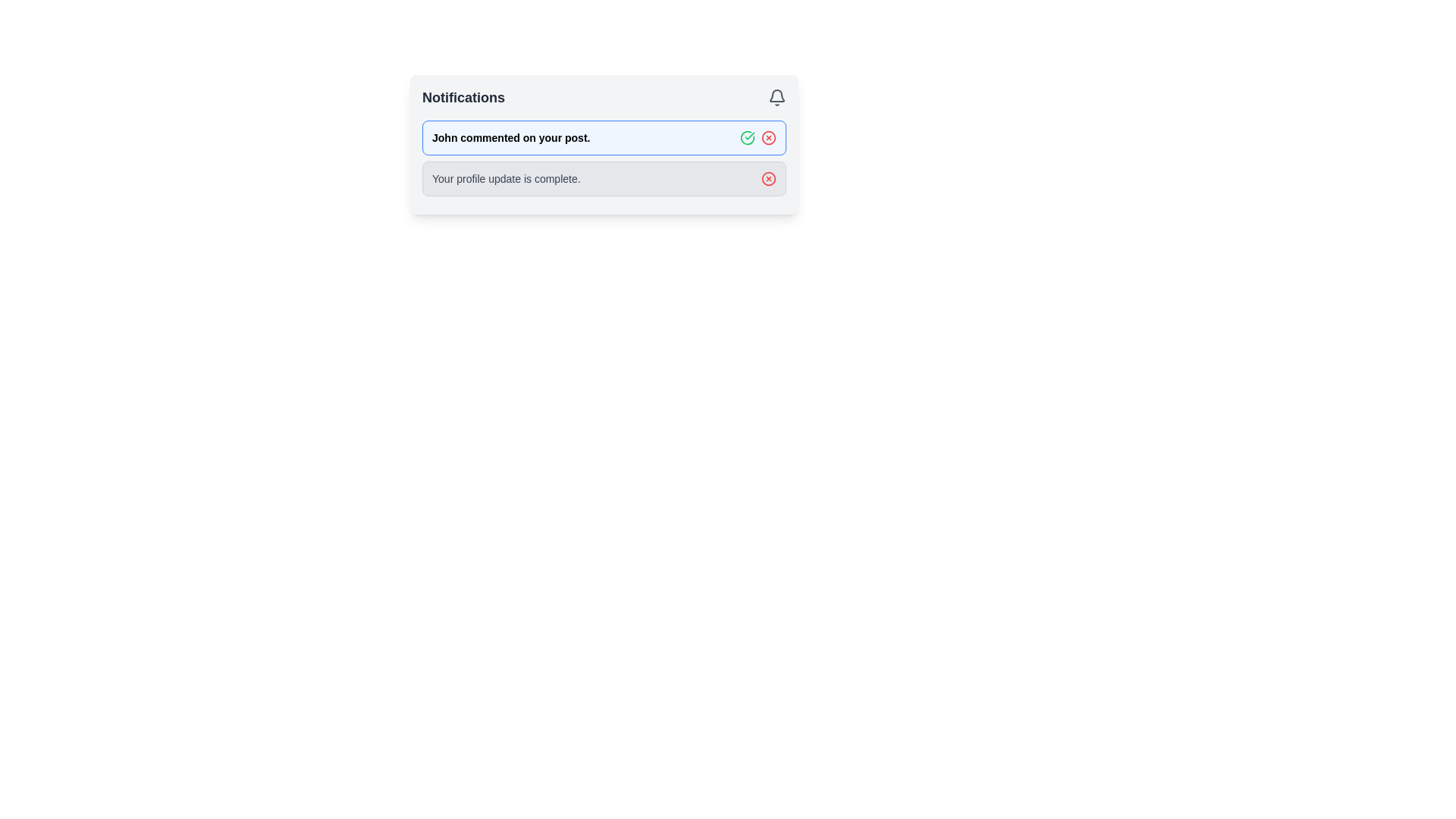  Describe the element at coordinates (768, 137) in the screenshot. I see `the Circular SVG shape that is part of the close button symbol in the notification panel mentioning 'John commented on your post.'` at that location.